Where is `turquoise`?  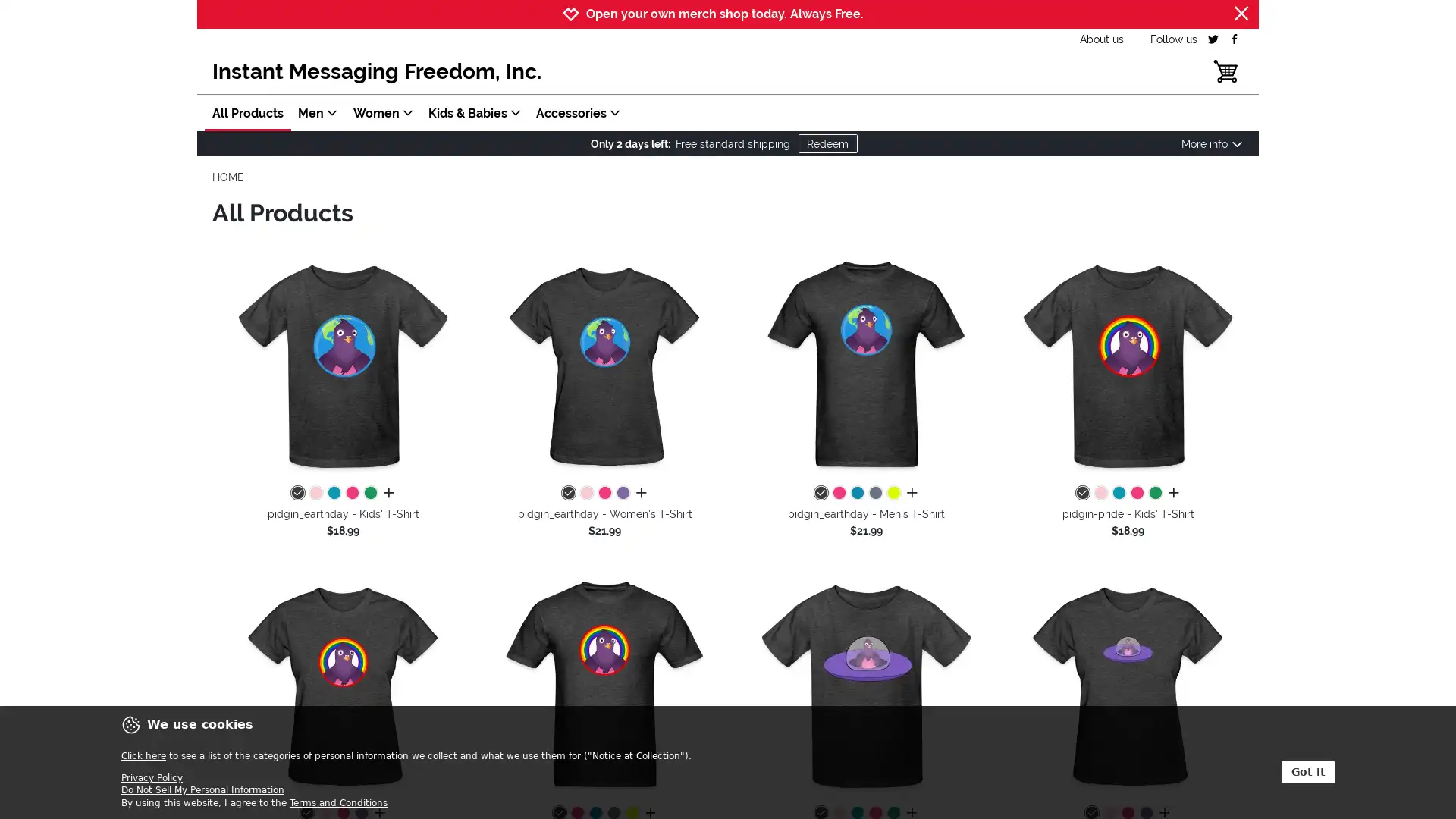 turquoise is located at coordinates (333, 494).